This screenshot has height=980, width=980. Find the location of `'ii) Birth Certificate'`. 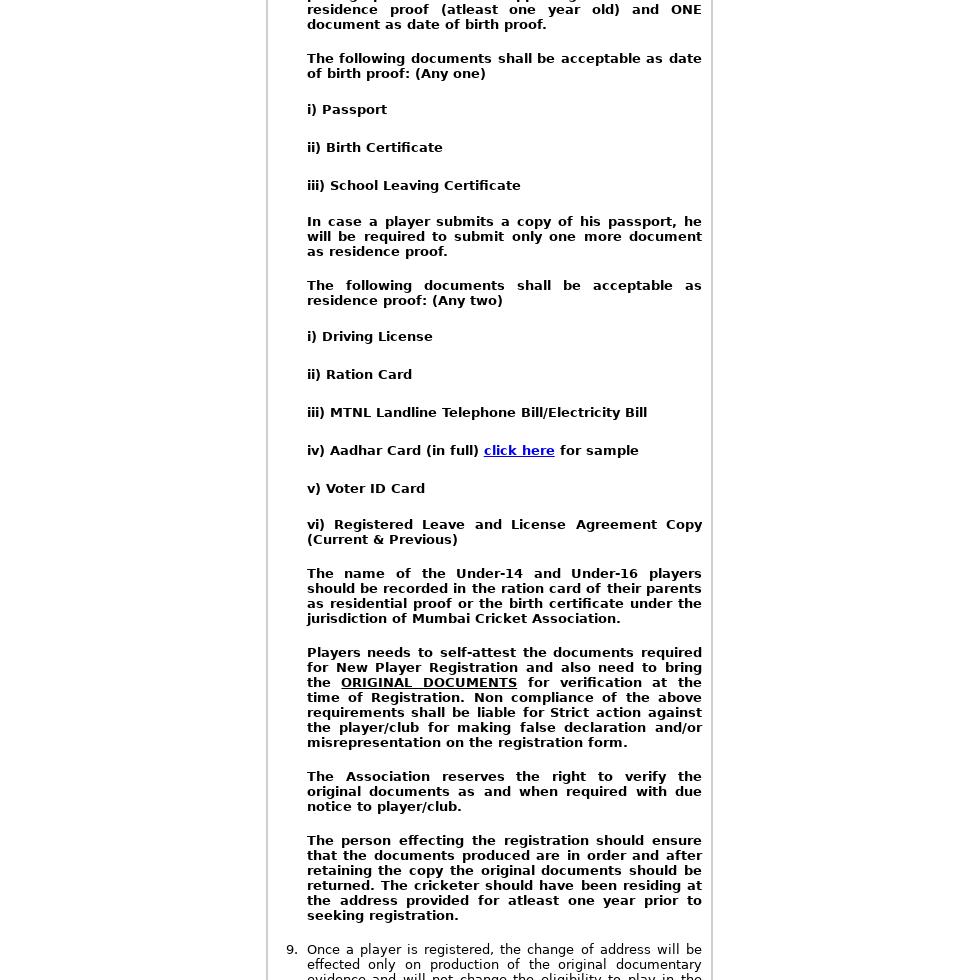

'ii) Birth Certificate' is located at coordinates (373, 147).